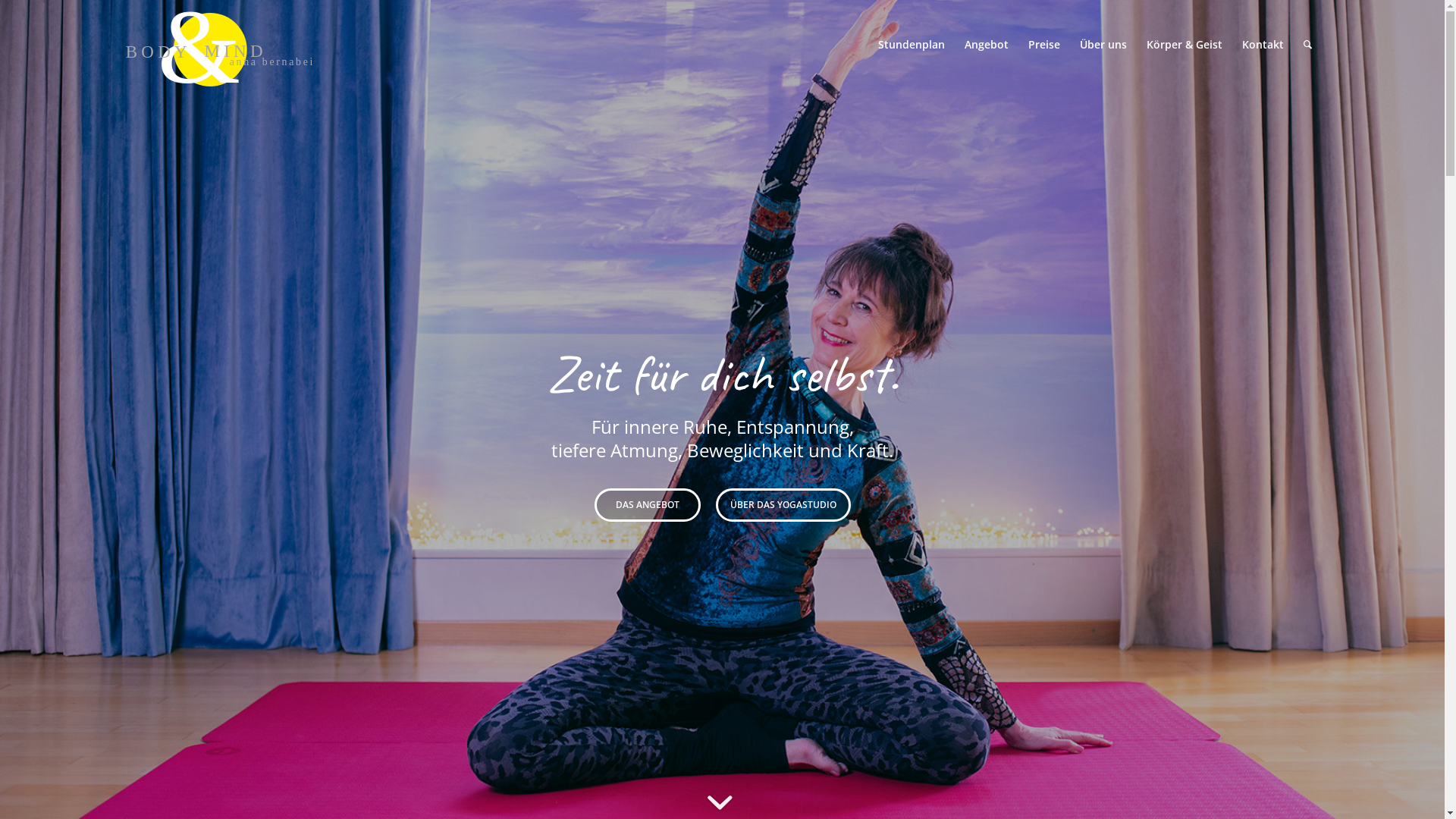 The image size is (1456, 819). Describe the element at coordinates (222, 43) in the screenshot. I see `'&` at that location.